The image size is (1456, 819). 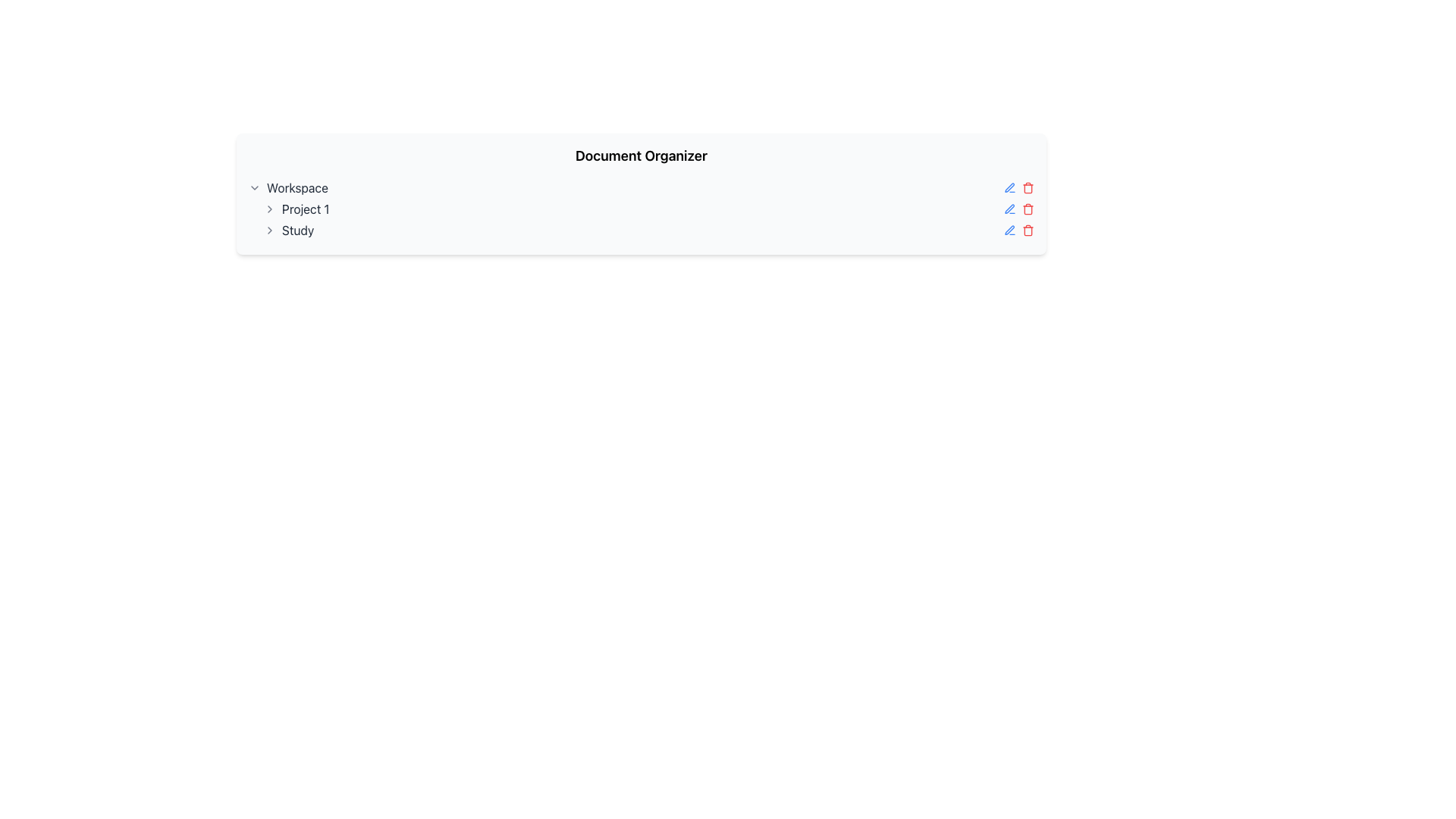 I want to click on the drawing or pen-related icon located, so click(x=1009, y=186).